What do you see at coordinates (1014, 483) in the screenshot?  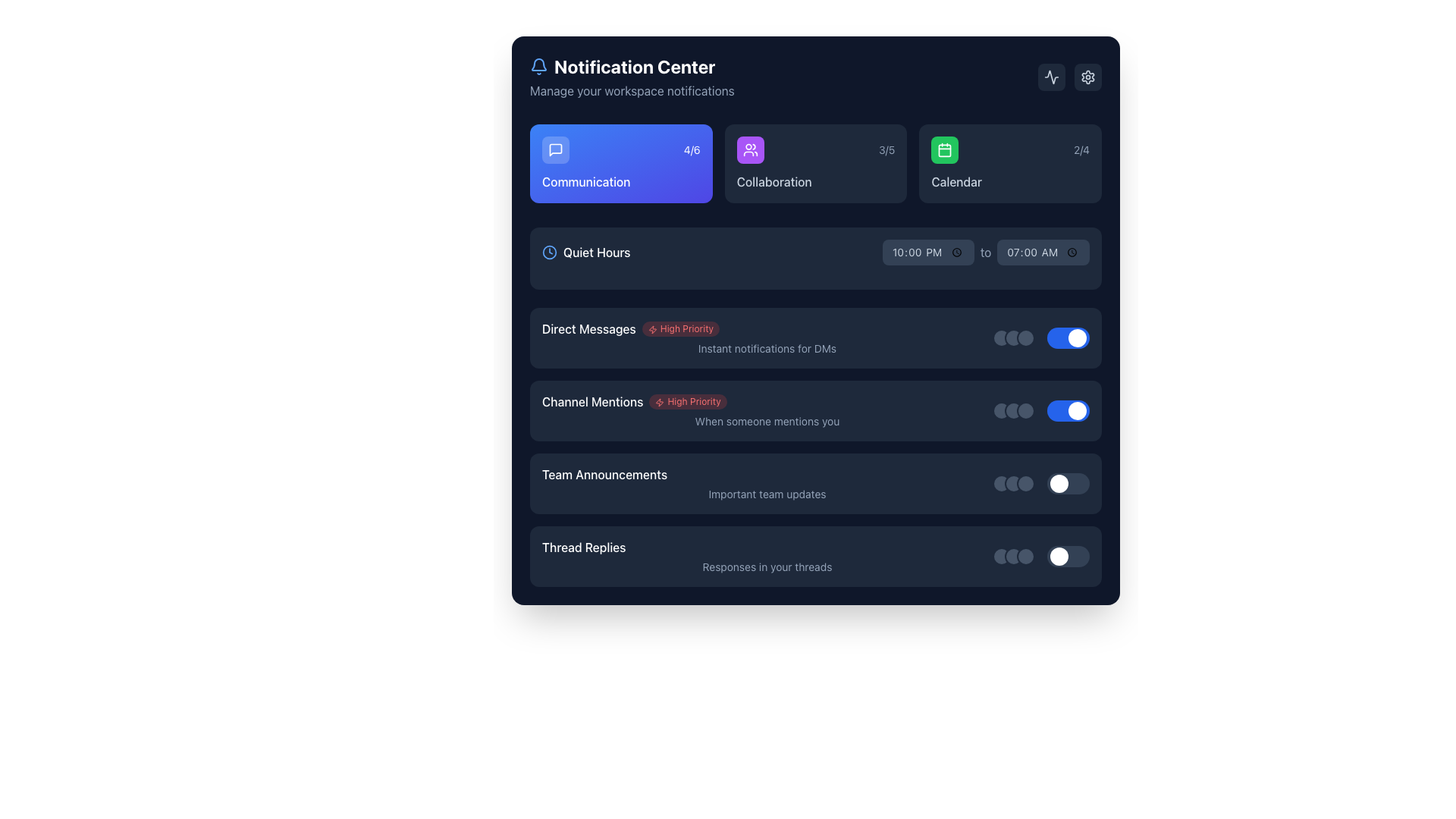 I see `the second circular decorative icon located towards the middle-right of the display for its state representation` at bounding box center [1014, 483].